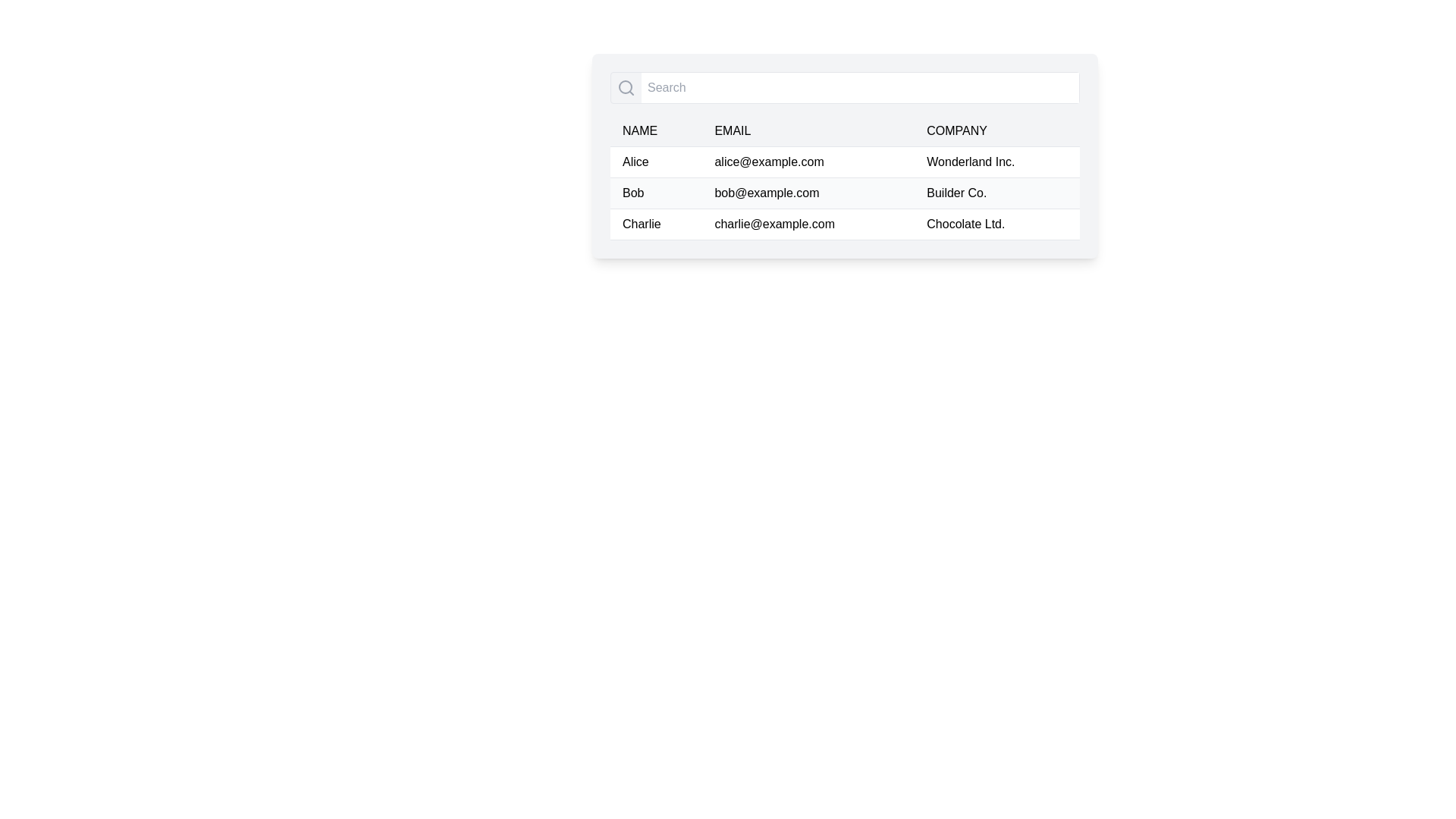 This screenshot has width=1456, height=819. What do you see at coordinates (733, 130) in the screenshot?
I see `the text label displaying 'EMAIL', which is the second header in a row of three at the top of a table, positioned between 'NAME' and 'COMPANY'` at bounding box center [733, 130].